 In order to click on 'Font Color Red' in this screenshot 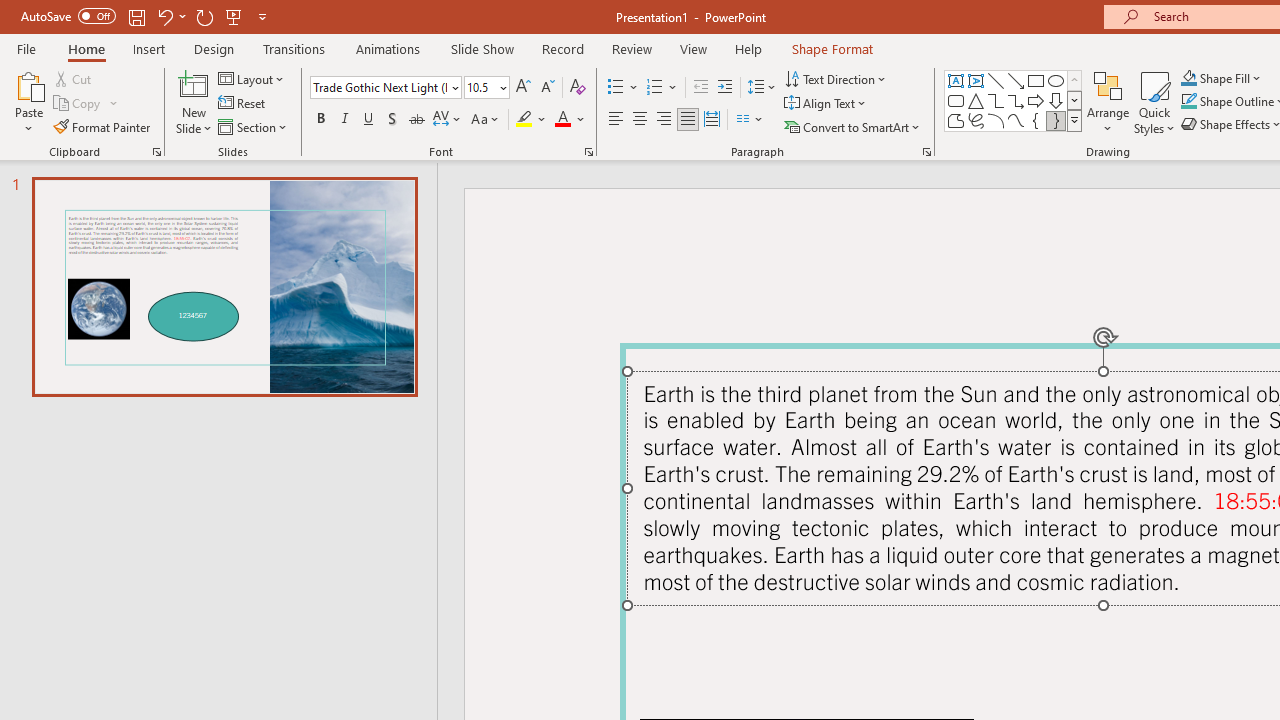, I will do `click(561, 119)`.